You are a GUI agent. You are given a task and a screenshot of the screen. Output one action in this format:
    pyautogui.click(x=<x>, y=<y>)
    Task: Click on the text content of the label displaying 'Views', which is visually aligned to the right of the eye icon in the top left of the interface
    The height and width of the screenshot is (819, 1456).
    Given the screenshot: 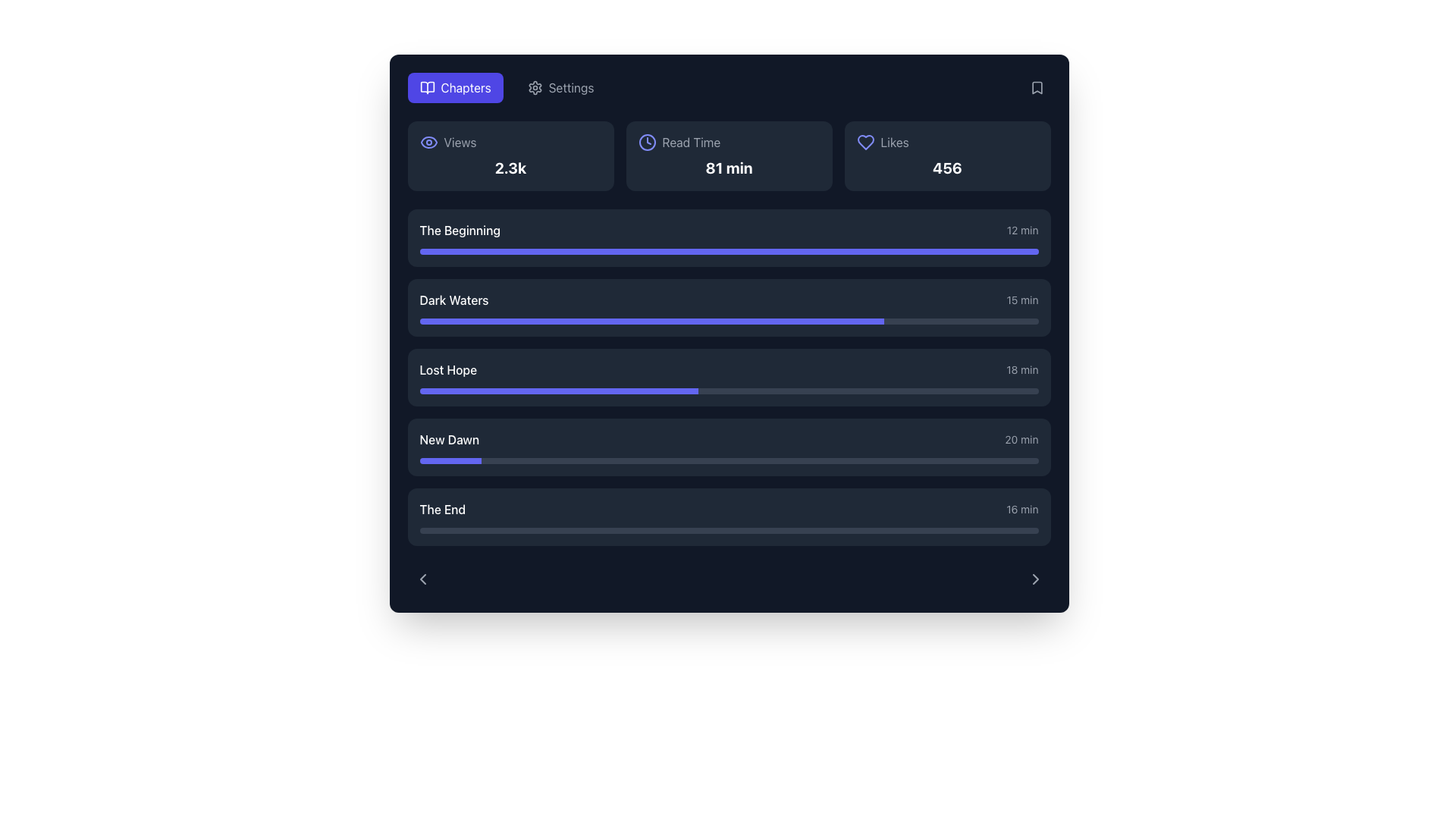 What is the action you would take?
    pyautogui.click(x=459, y=143)
    